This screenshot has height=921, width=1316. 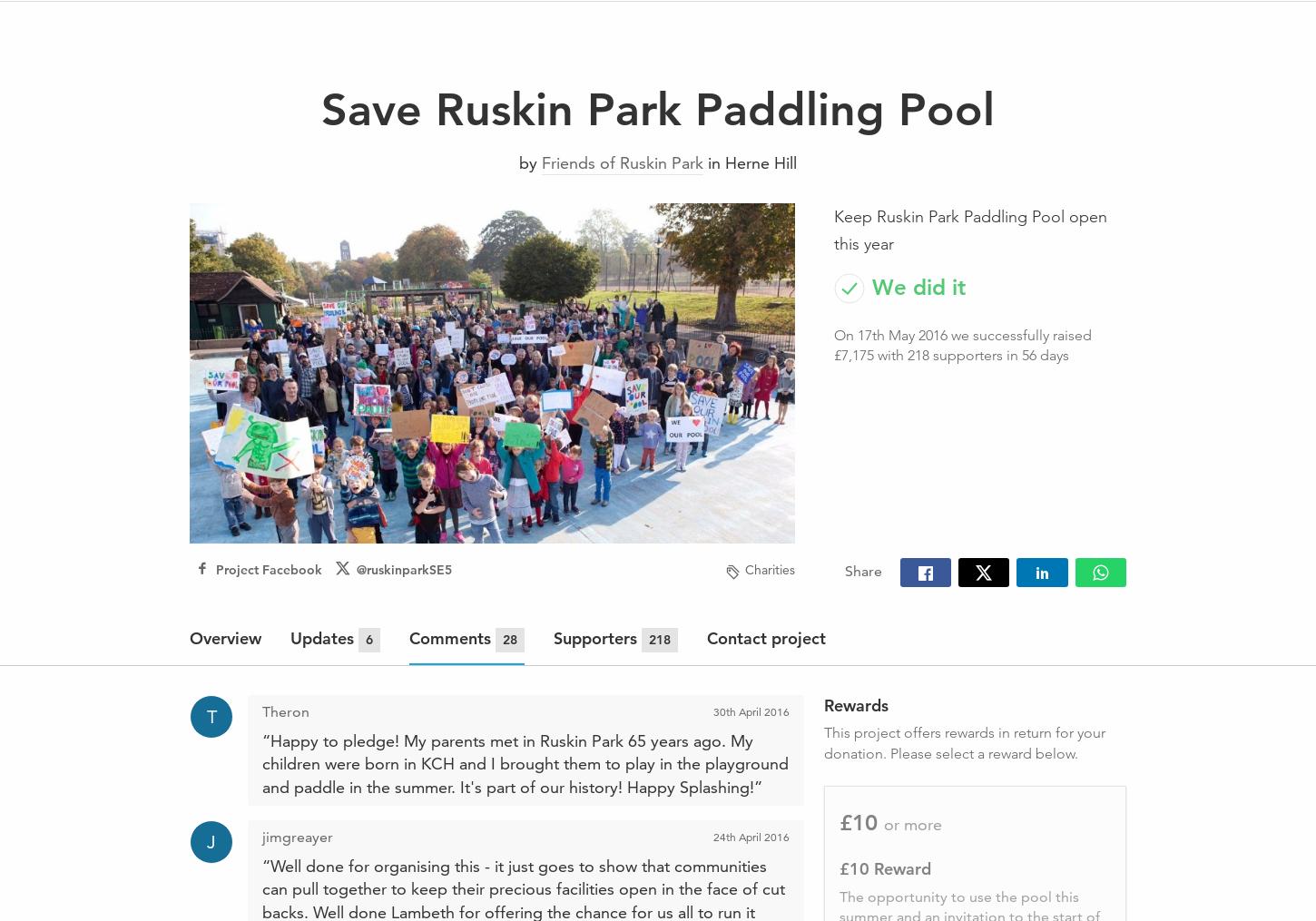 What do you see at coordinates (210, 714) in the screenshot?
I see `'T'` at bounding box center [210, 714].